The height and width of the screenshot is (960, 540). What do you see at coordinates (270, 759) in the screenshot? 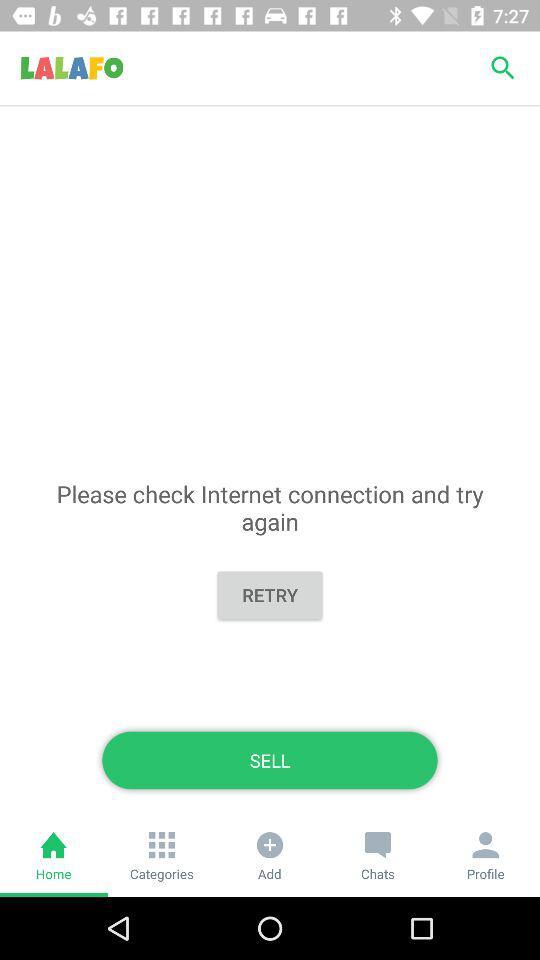
I see `sell icon` at bounding box center [270, 759].